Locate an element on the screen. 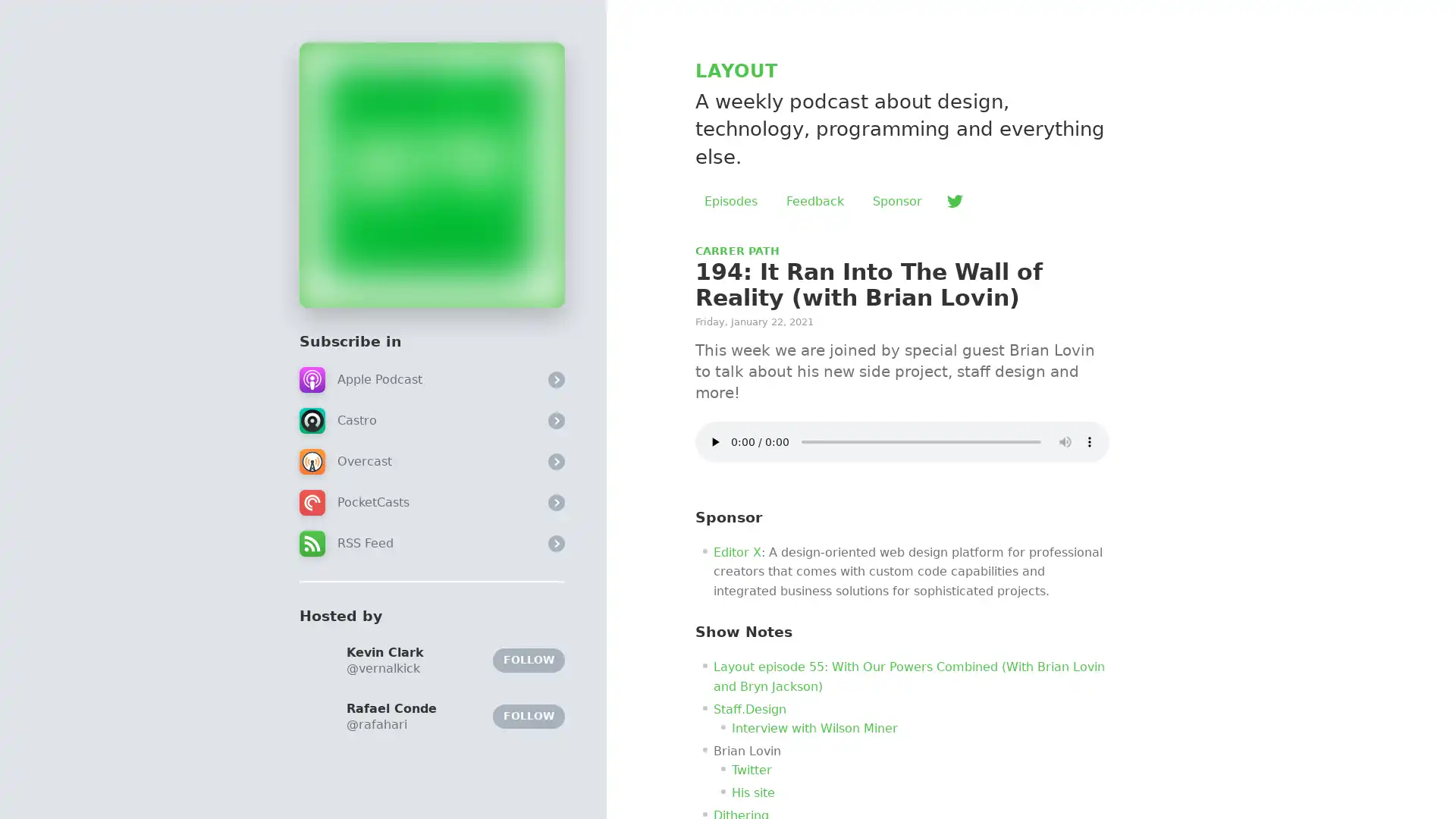 This screenshot has width=1456, height=819. mute is located at coordinates (1065, 441).